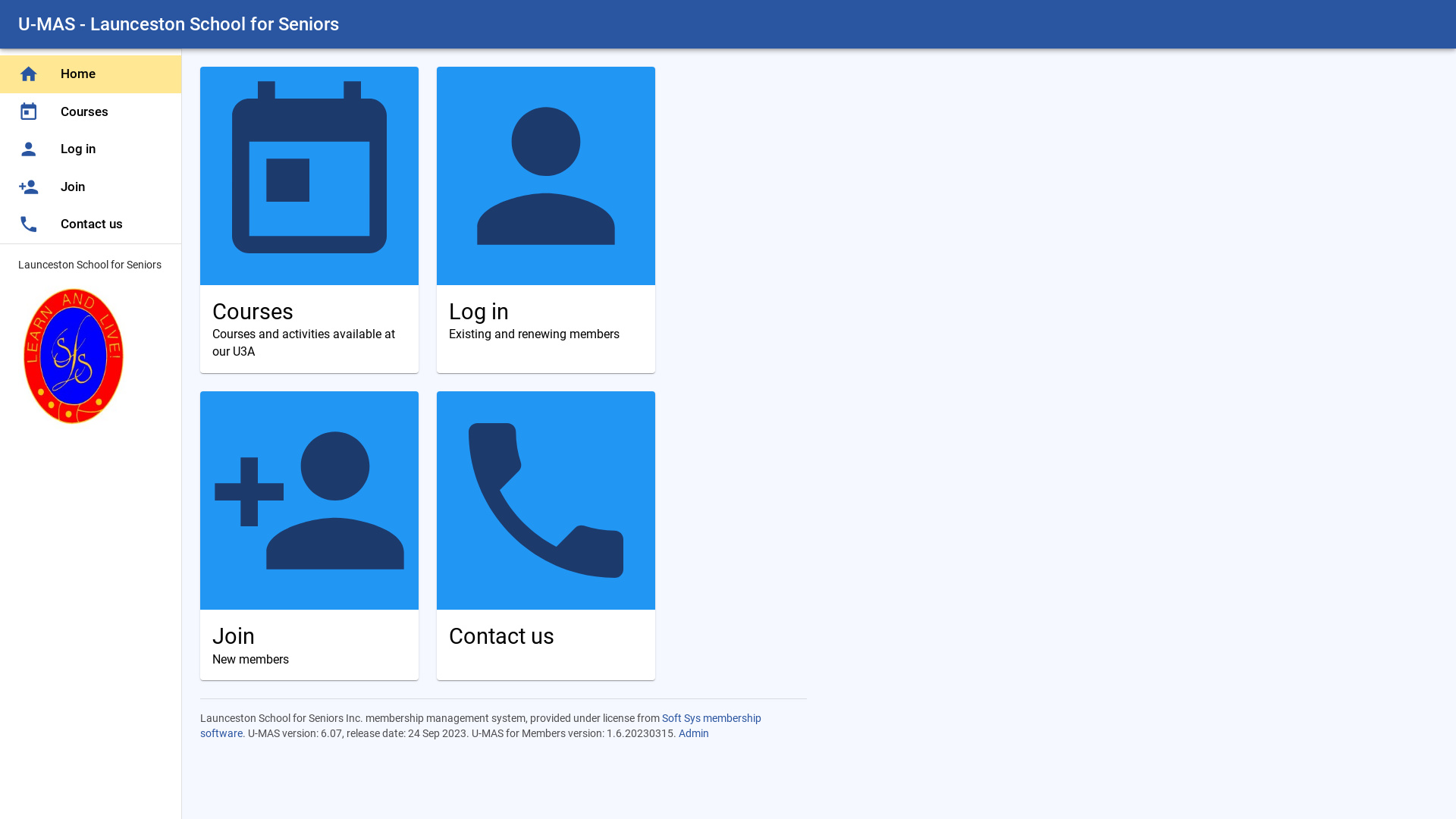 This screenshot has height=819, width=1456. I want to click on 'Contact us', so click(546, 535).